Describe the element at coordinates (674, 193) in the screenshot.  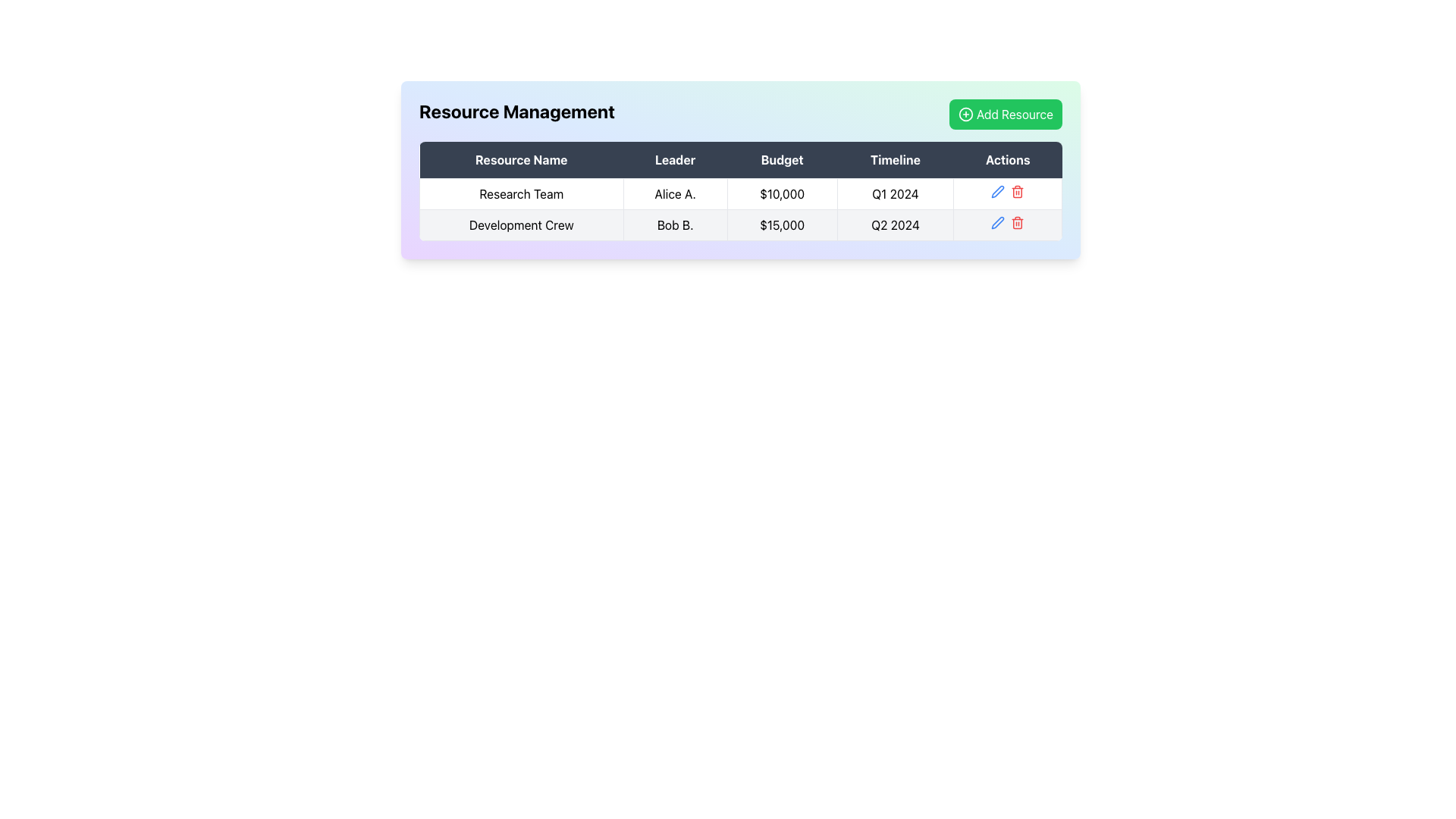
I see `the text label displaying 'Alice A.' located in the second column of the first data row of the table` at that location.